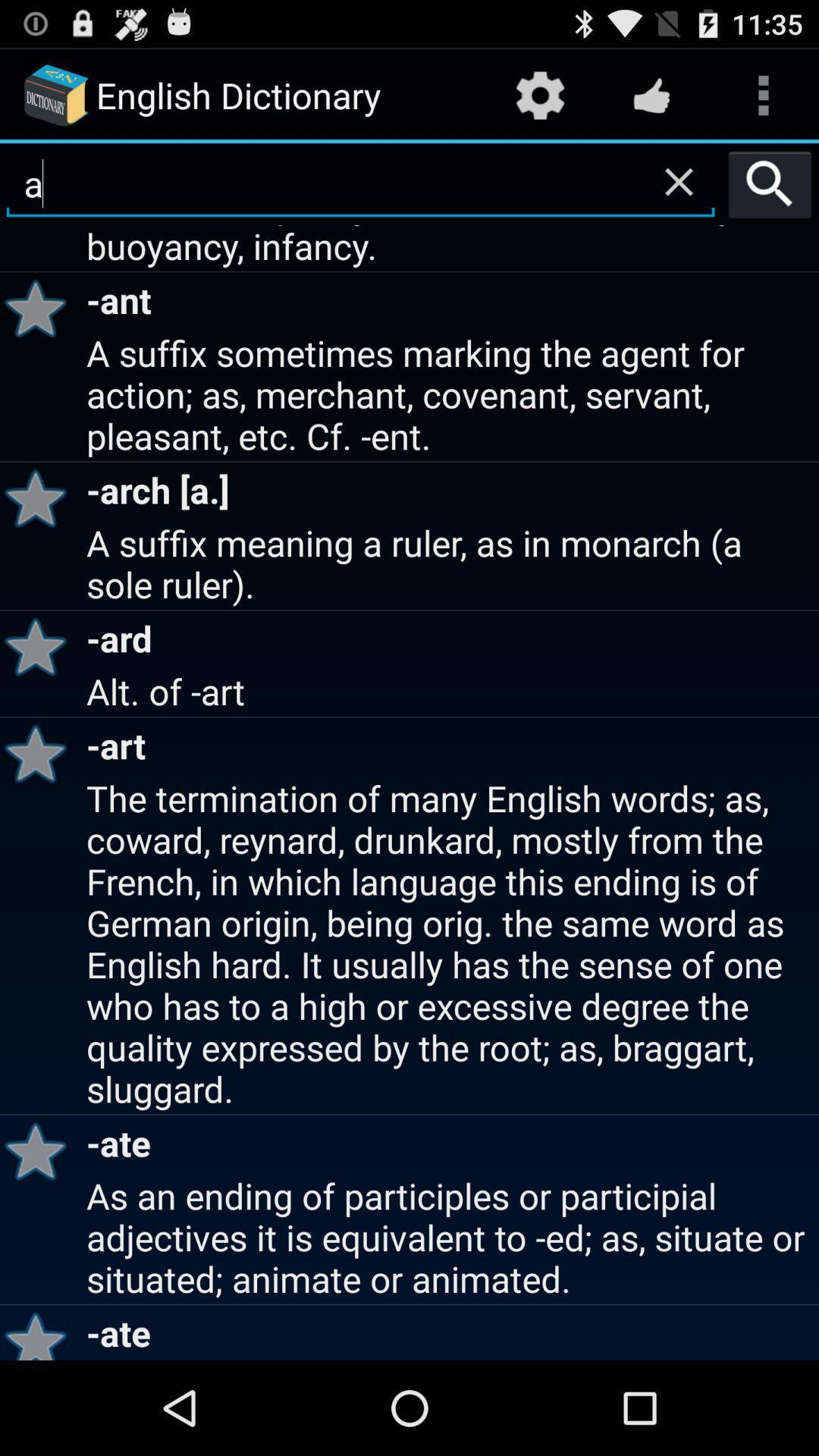 The height and width of the screenshot is (1456, 819). I want to click on the app to the right of english dictionary icon, so click(539, 94).